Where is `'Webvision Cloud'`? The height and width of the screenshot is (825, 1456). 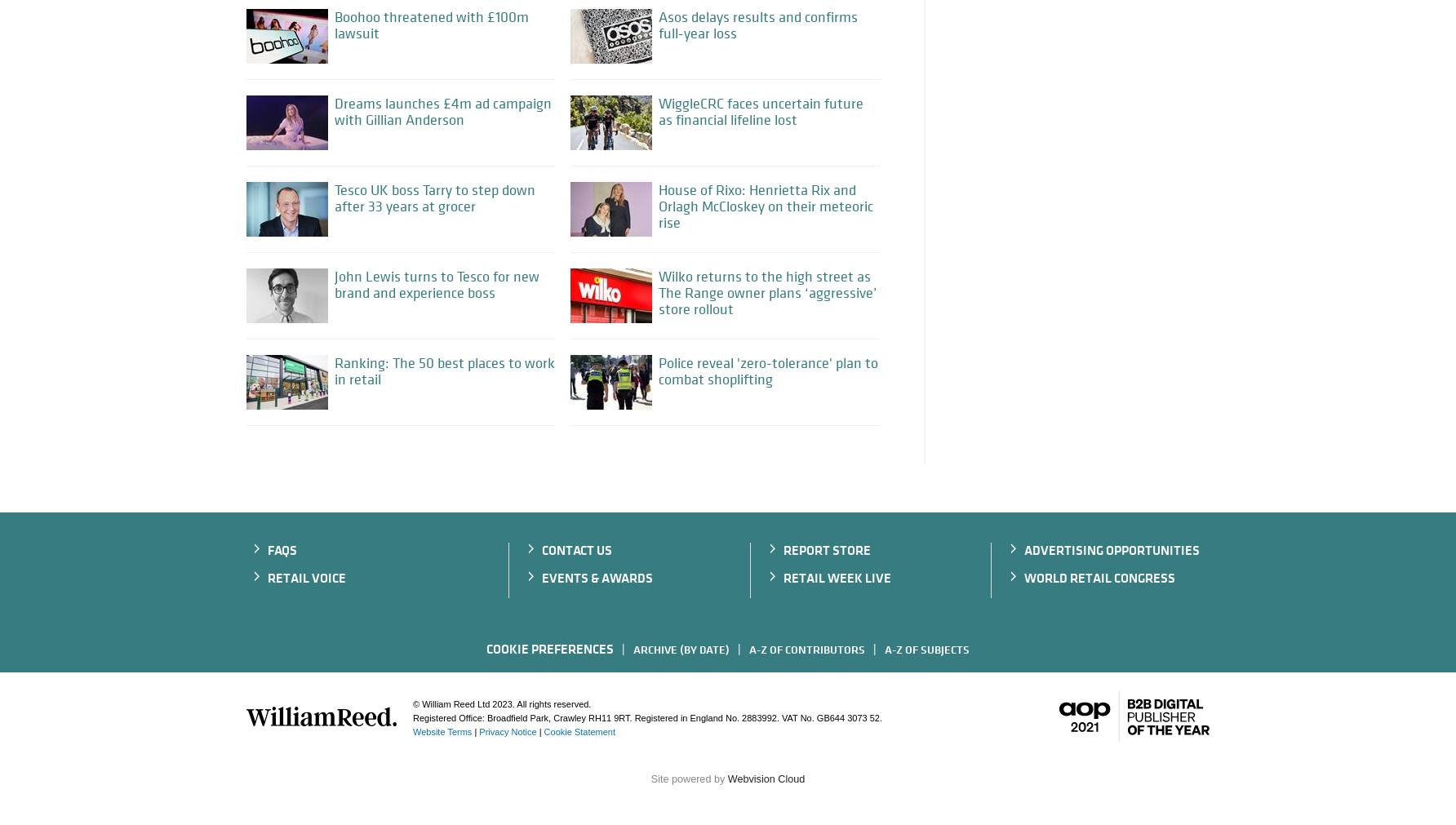
'Webvision Cloud' is located at coordinates (766, 778).